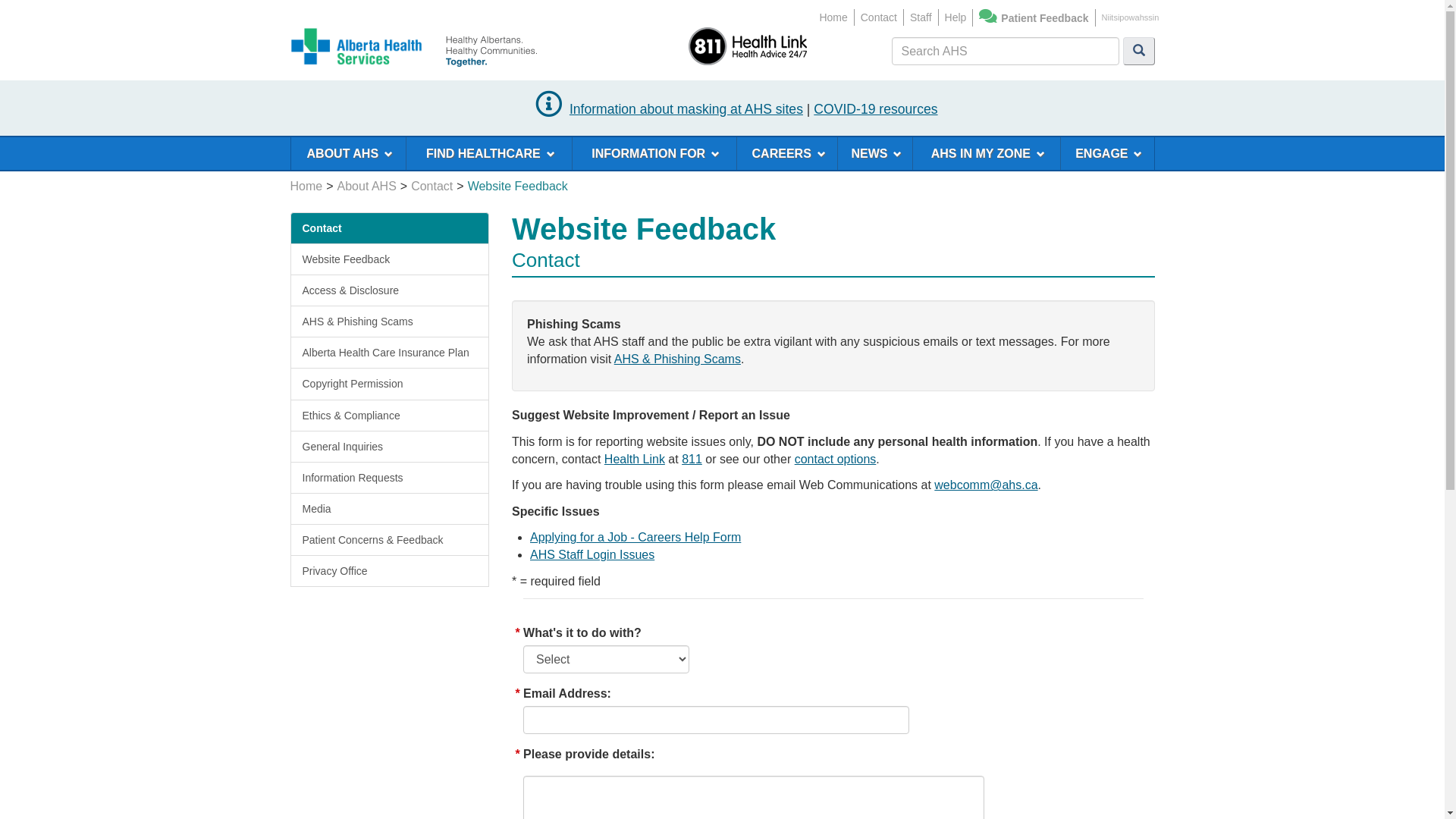 This screenshot has height=819, width=1456. Describe the element at coordinates (389, 446) in the screenshot. I see `'General Inquiries'` at that location.